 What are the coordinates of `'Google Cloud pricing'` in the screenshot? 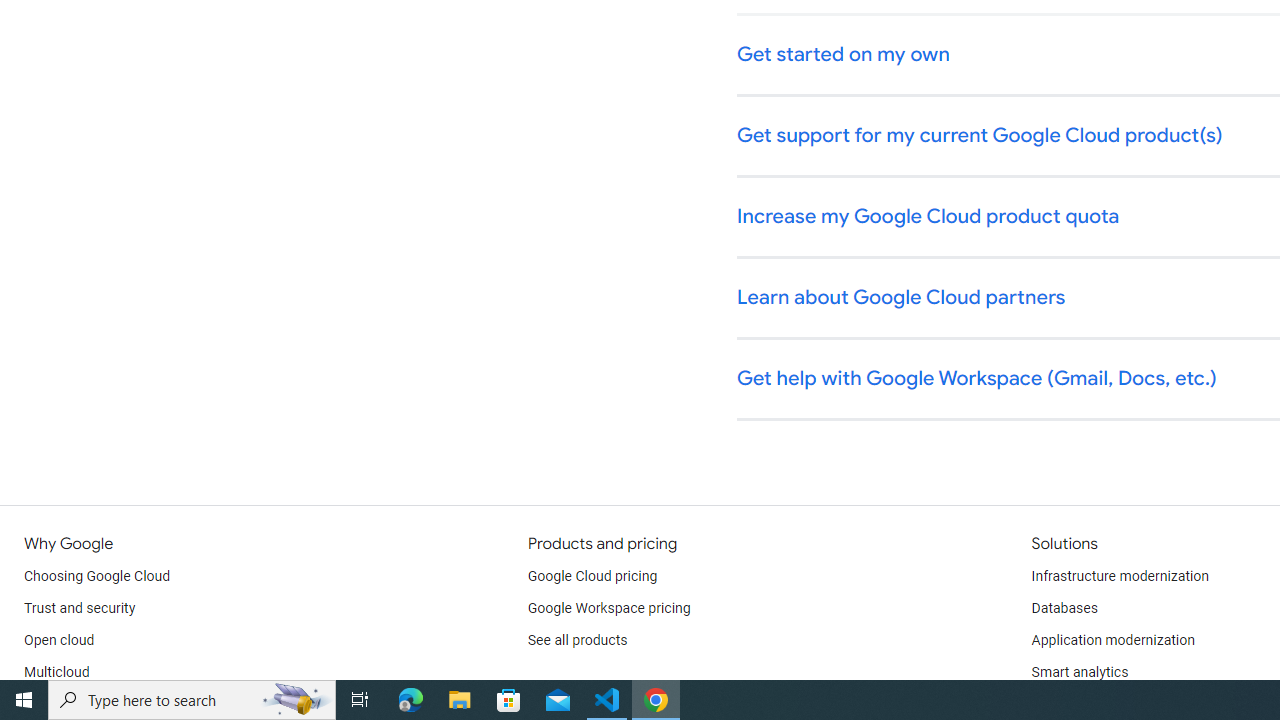 It's located at (591, 577).